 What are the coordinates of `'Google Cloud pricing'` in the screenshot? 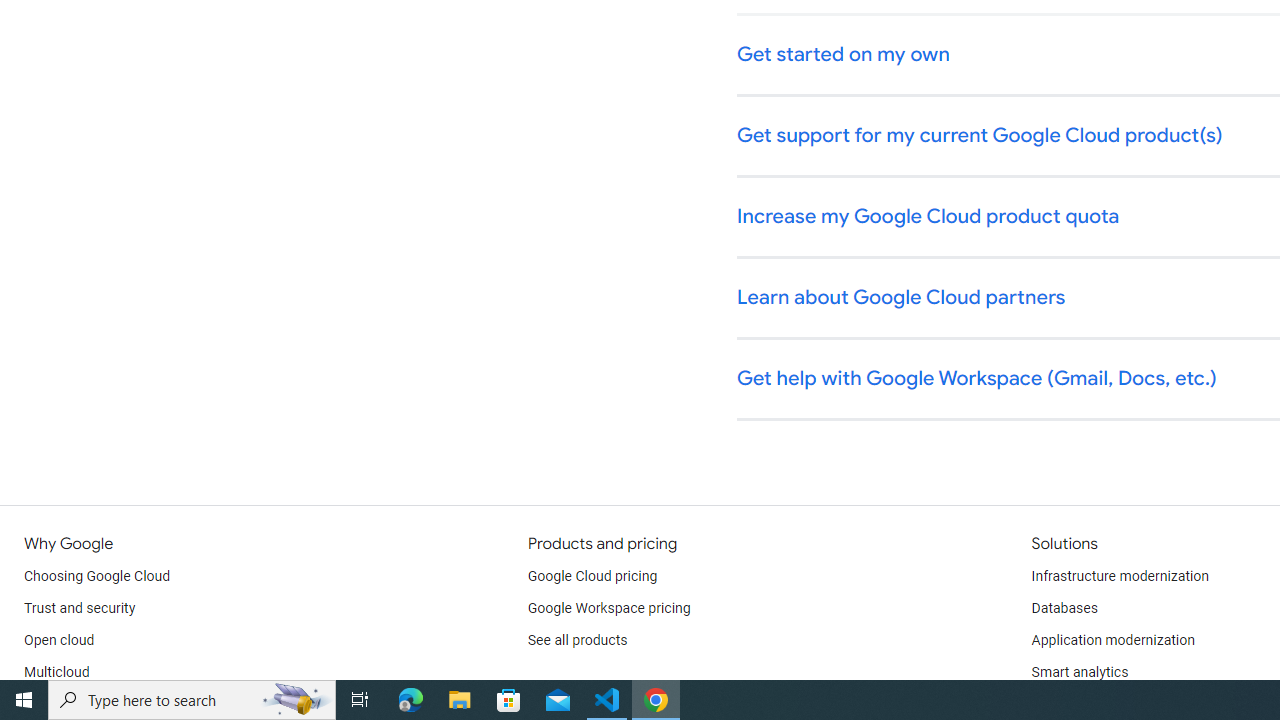 It's located at (591, 577).